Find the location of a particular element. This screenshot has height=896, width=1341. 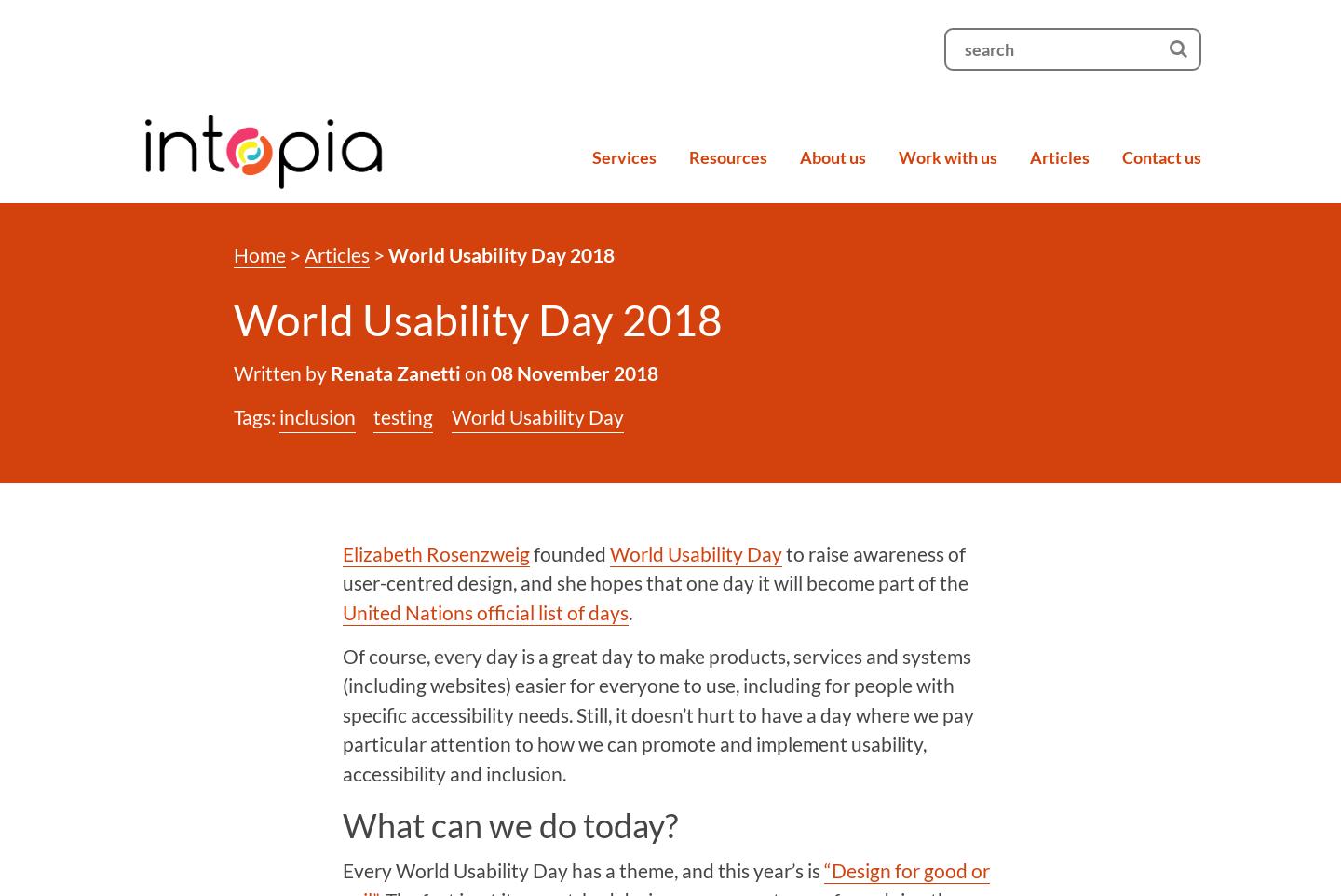

'Services' is located at coordinates (624, 156).